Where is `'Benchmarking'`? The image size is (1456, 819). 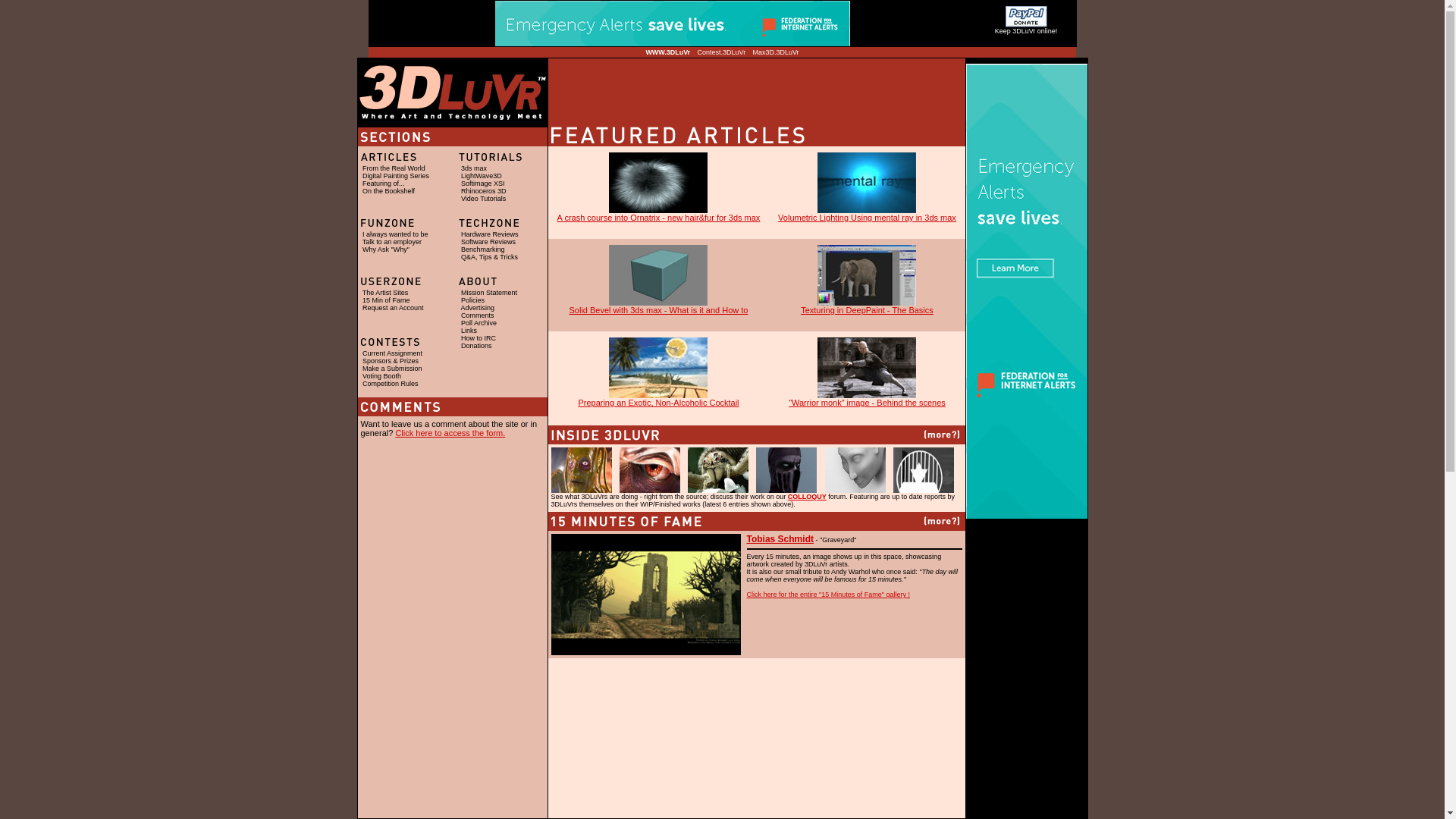 'Benchmarking' is located at coordinates (482, 248).